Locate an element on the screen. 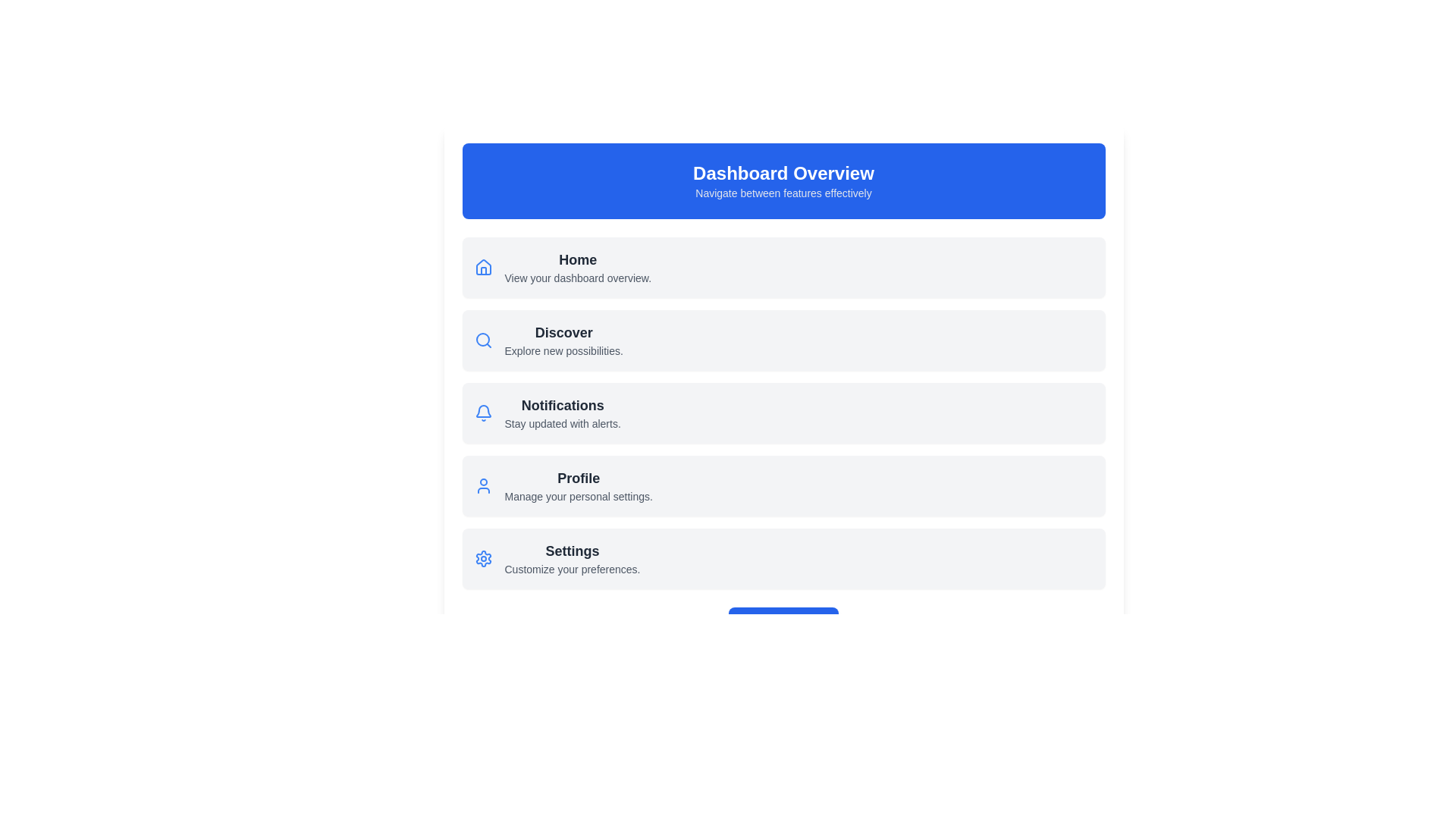 The image size is (1456, 819). the decorative SVG icon representing user profile management, located above the 'Profile' text in the options panel is located at coordinates (482, 485).